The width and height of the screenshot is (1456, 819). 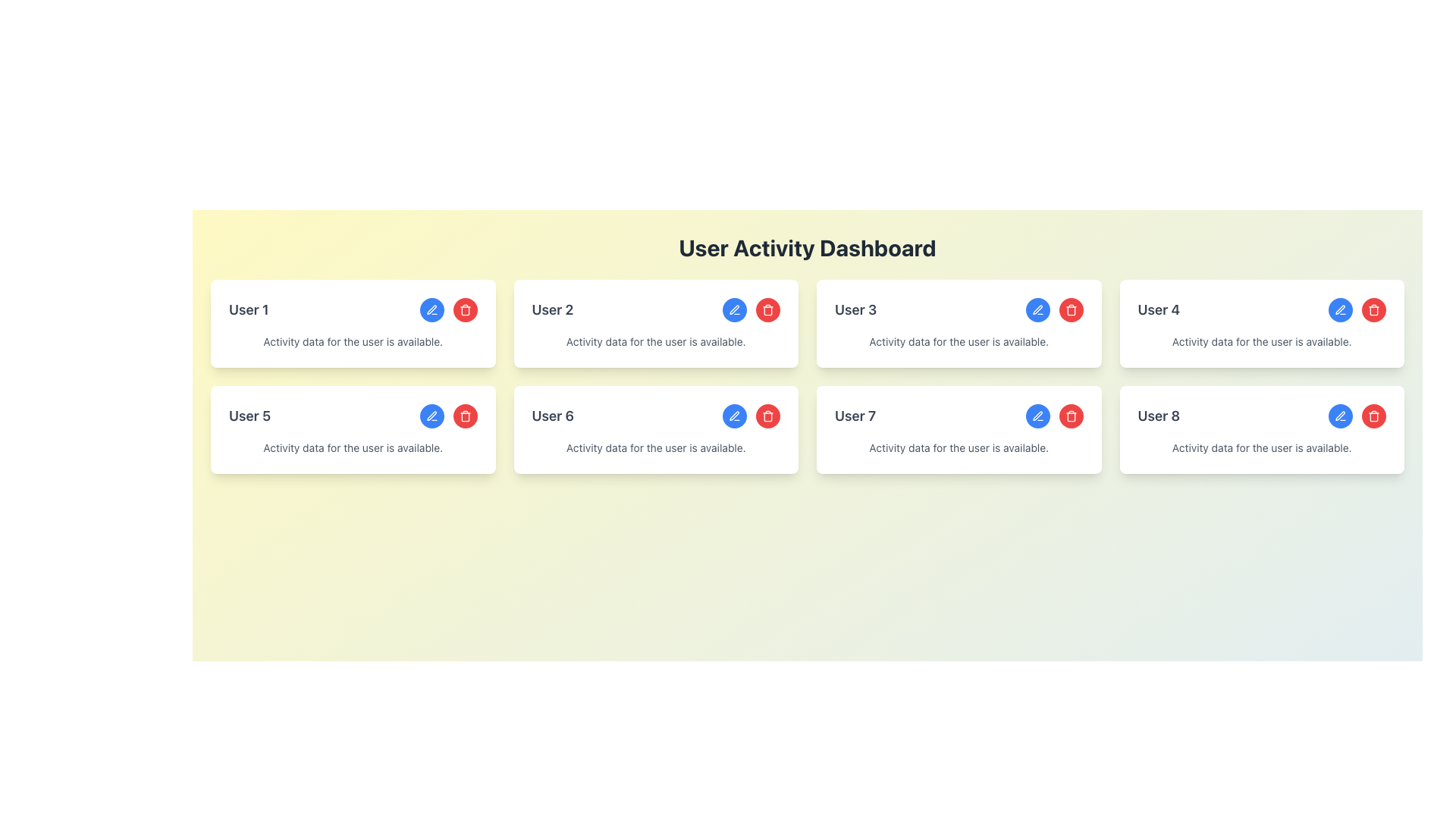 What do you see at coordinates (1340, 309) in the screenshot?
I see `the pen icon button located at the top-right section of the 'User 4' card` at bounding box center [1340, 309].